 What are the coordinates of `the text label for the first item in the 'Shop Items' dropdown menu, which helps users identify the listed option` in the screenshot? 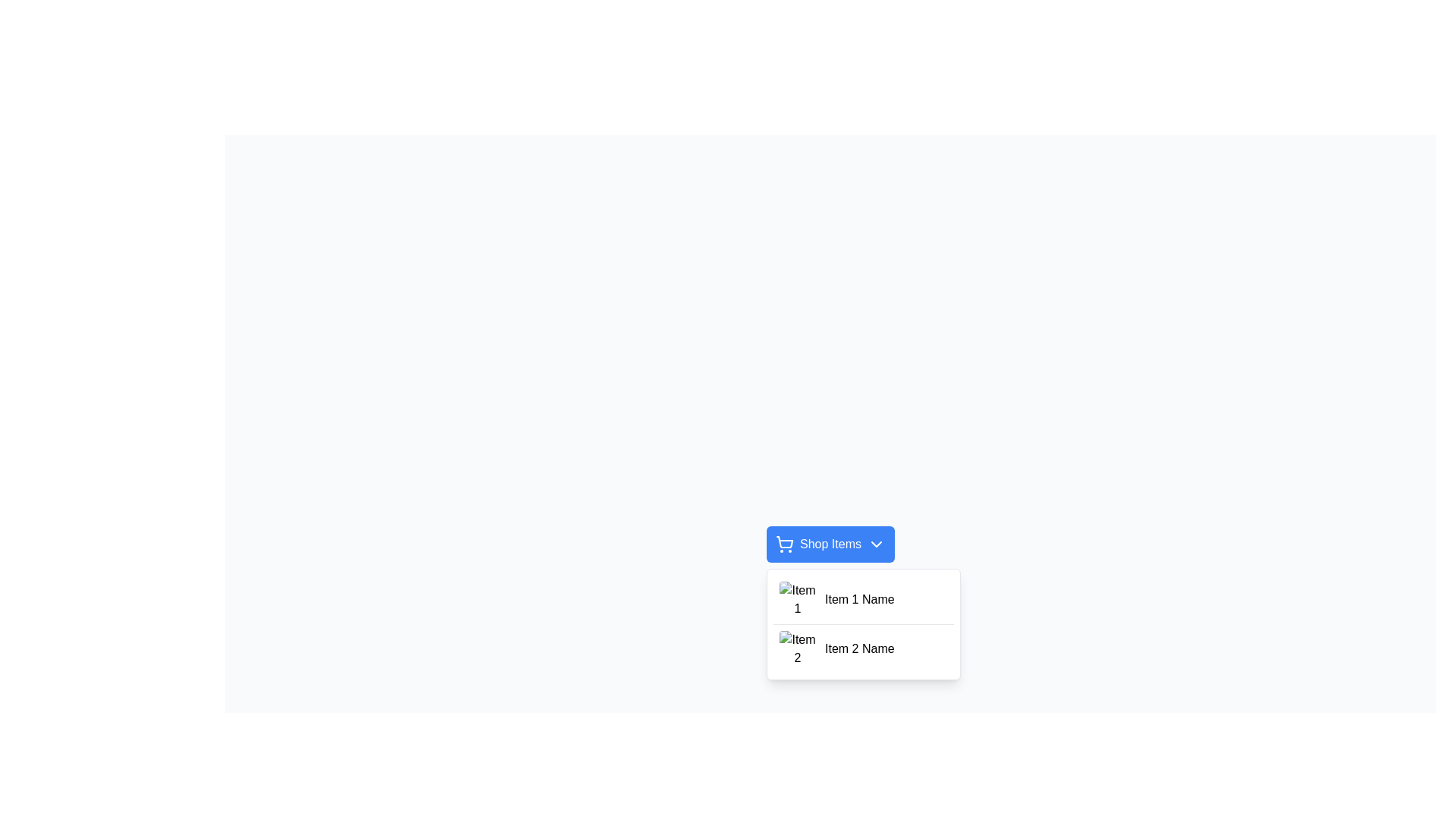 It's located at (859, 598).